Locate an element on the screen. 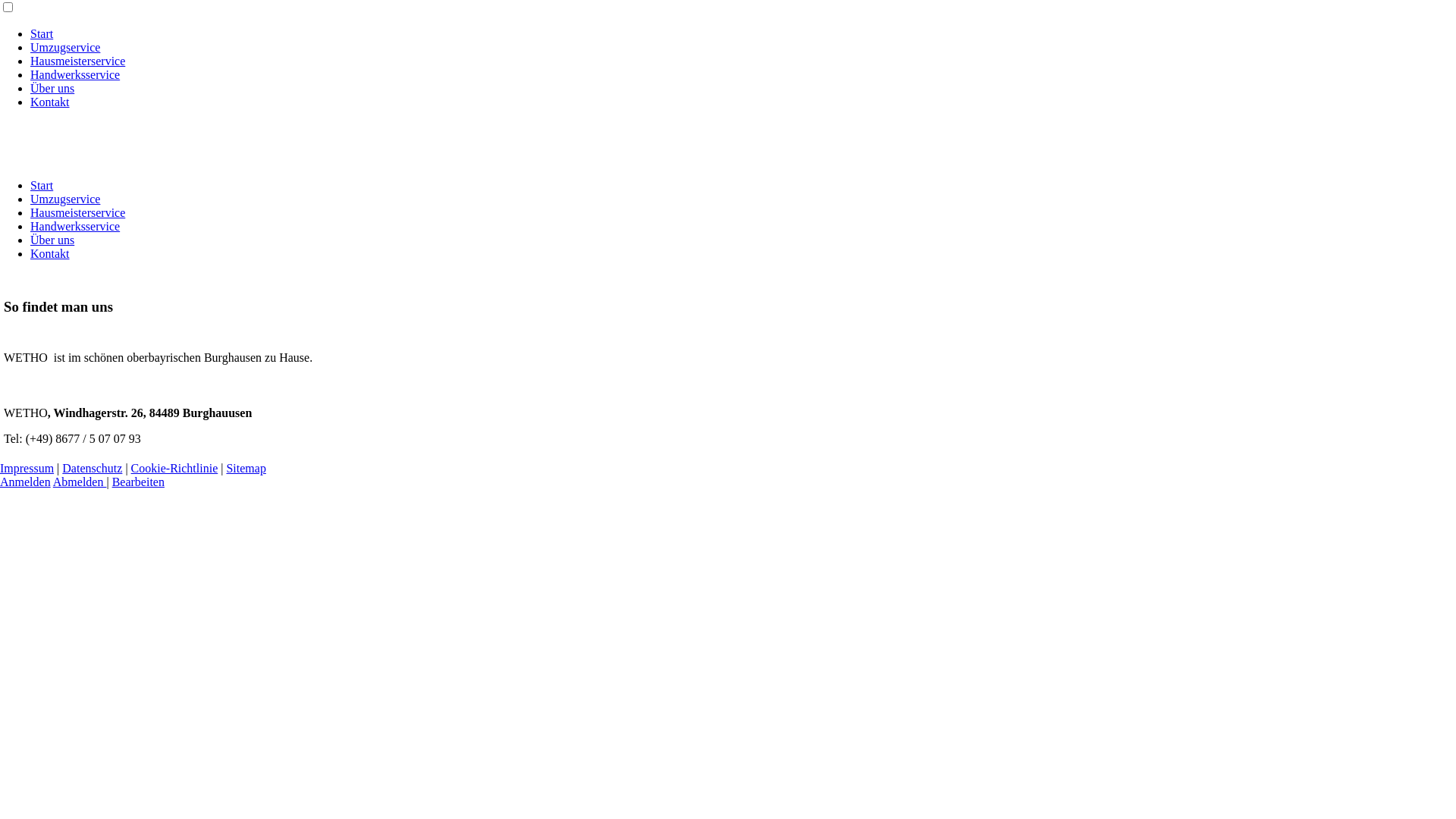  'Hausmeisterservice' is located at coordinates (77, 60).